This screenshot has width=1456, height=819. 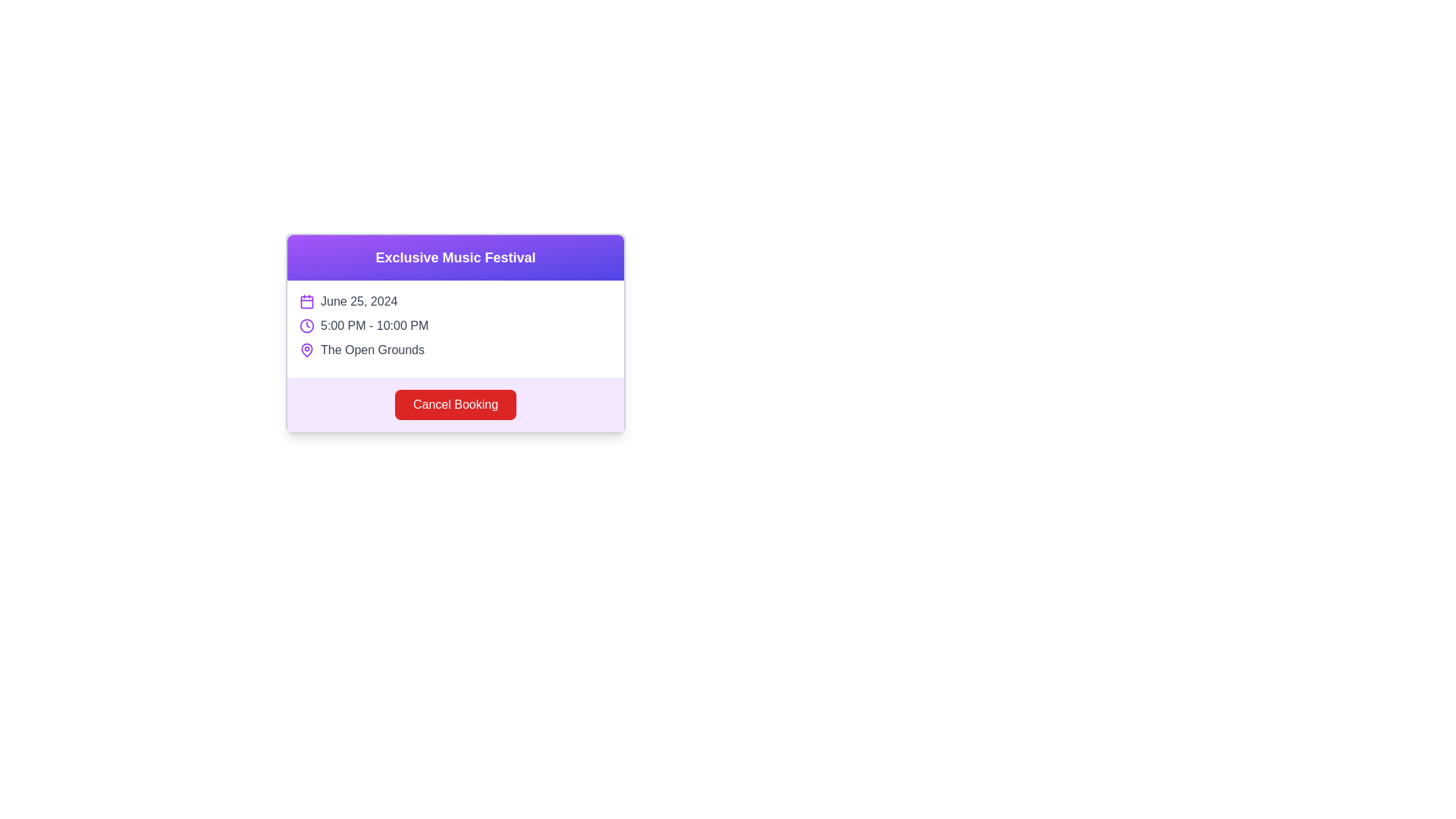 What do you see at coordinates (372, 350) in the screenshot?
I see `the text label displaying 'The Open Grounds' located at the bottom-center of the card, next to the purple location pin icon` at bounding box center [372, 350].